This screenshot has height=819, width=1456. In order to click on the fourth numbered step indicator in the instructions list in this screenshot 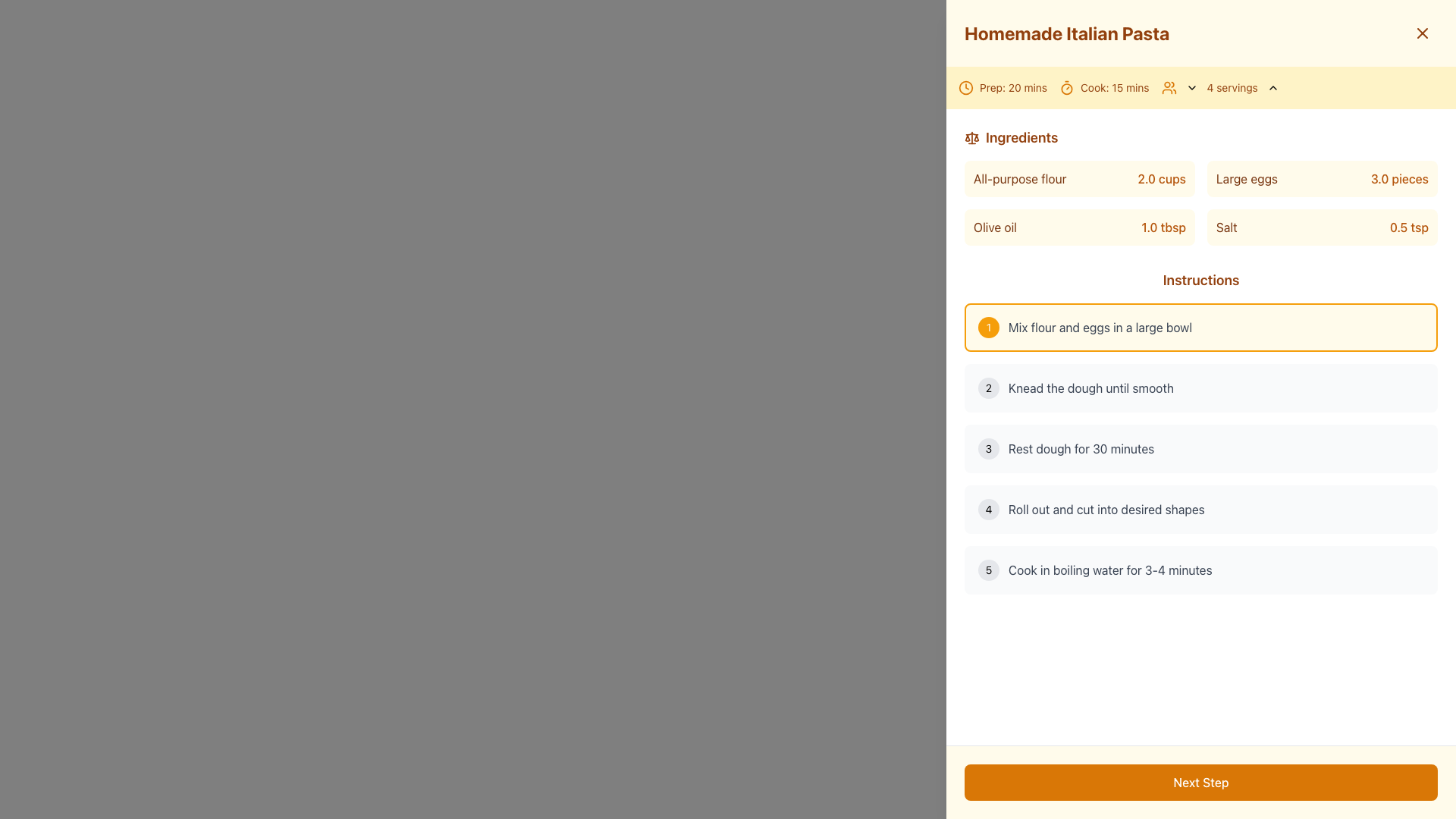, I will do `click(989, 509)`.